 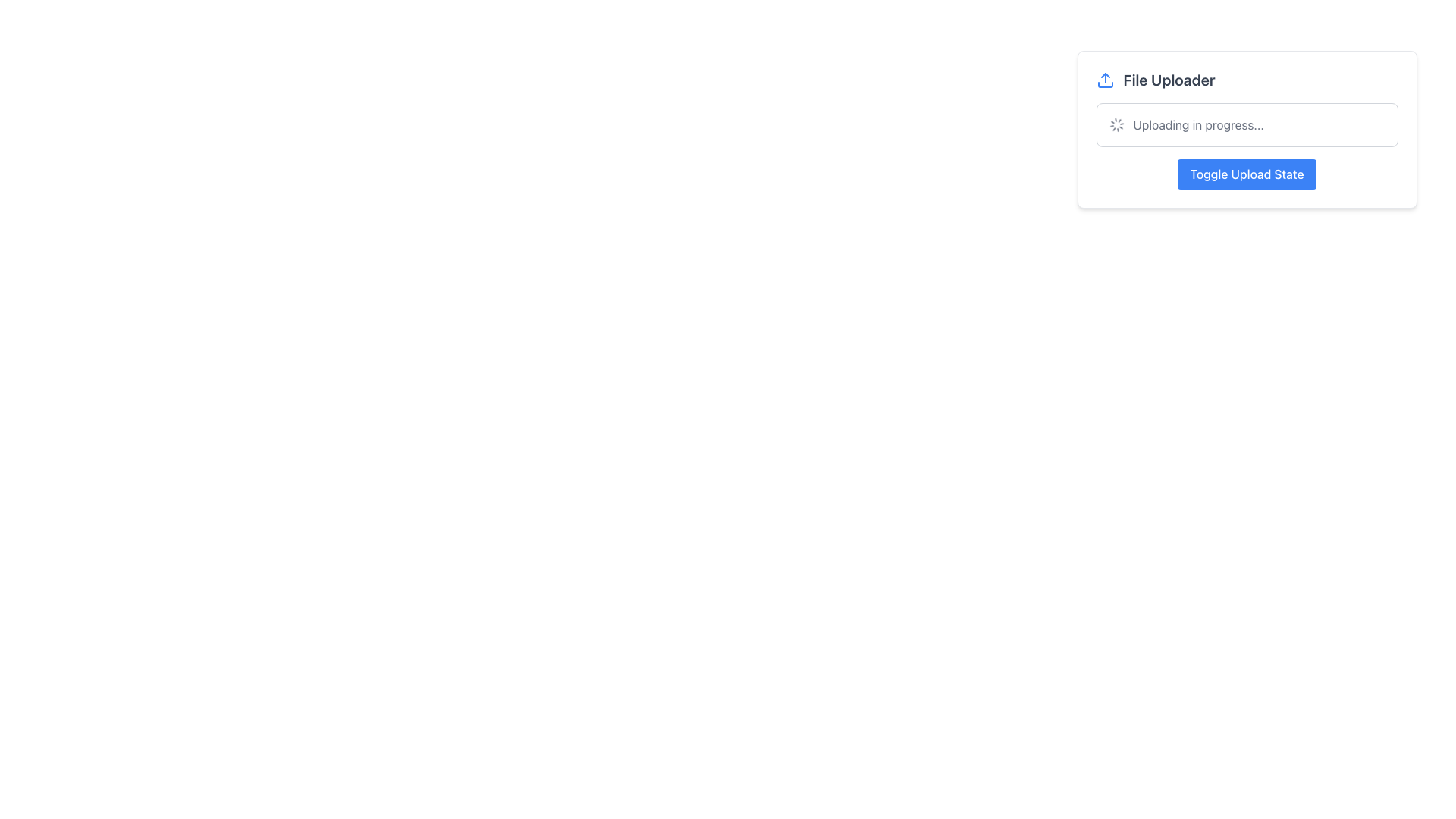 What do you see at coordinates (1247, 174) in the screenshot?
I see `the blue rectangular button labeled 'Toggle Upload State' located below the 'Uploading in progress...' message` at bounding box center [1247, 174].